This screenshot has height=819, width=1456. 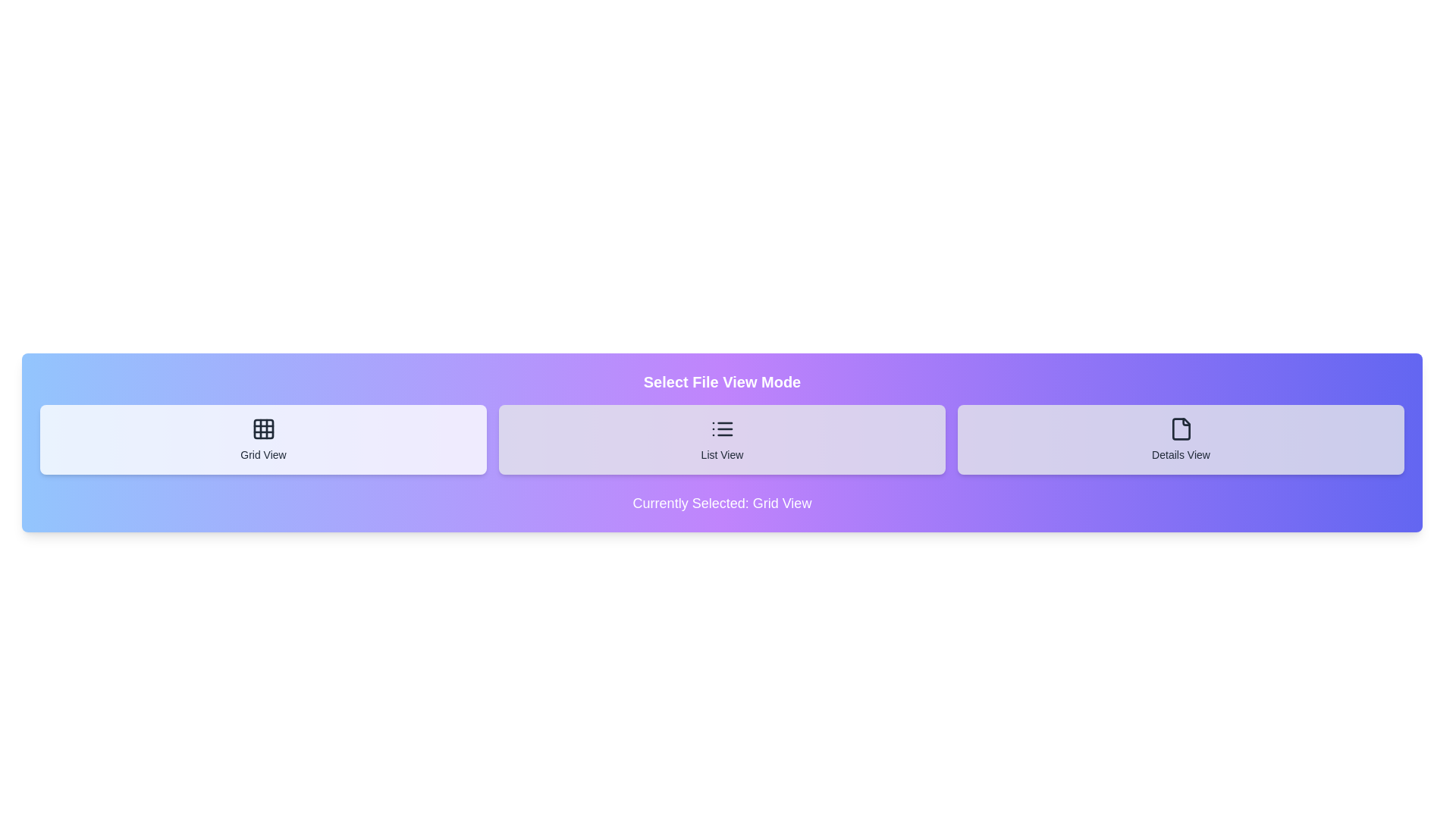 What do you see at coordinates (263, 439) in the screenshot?
I see `the Grid View button to observe its hover effect` at bounding box center [263, 439].